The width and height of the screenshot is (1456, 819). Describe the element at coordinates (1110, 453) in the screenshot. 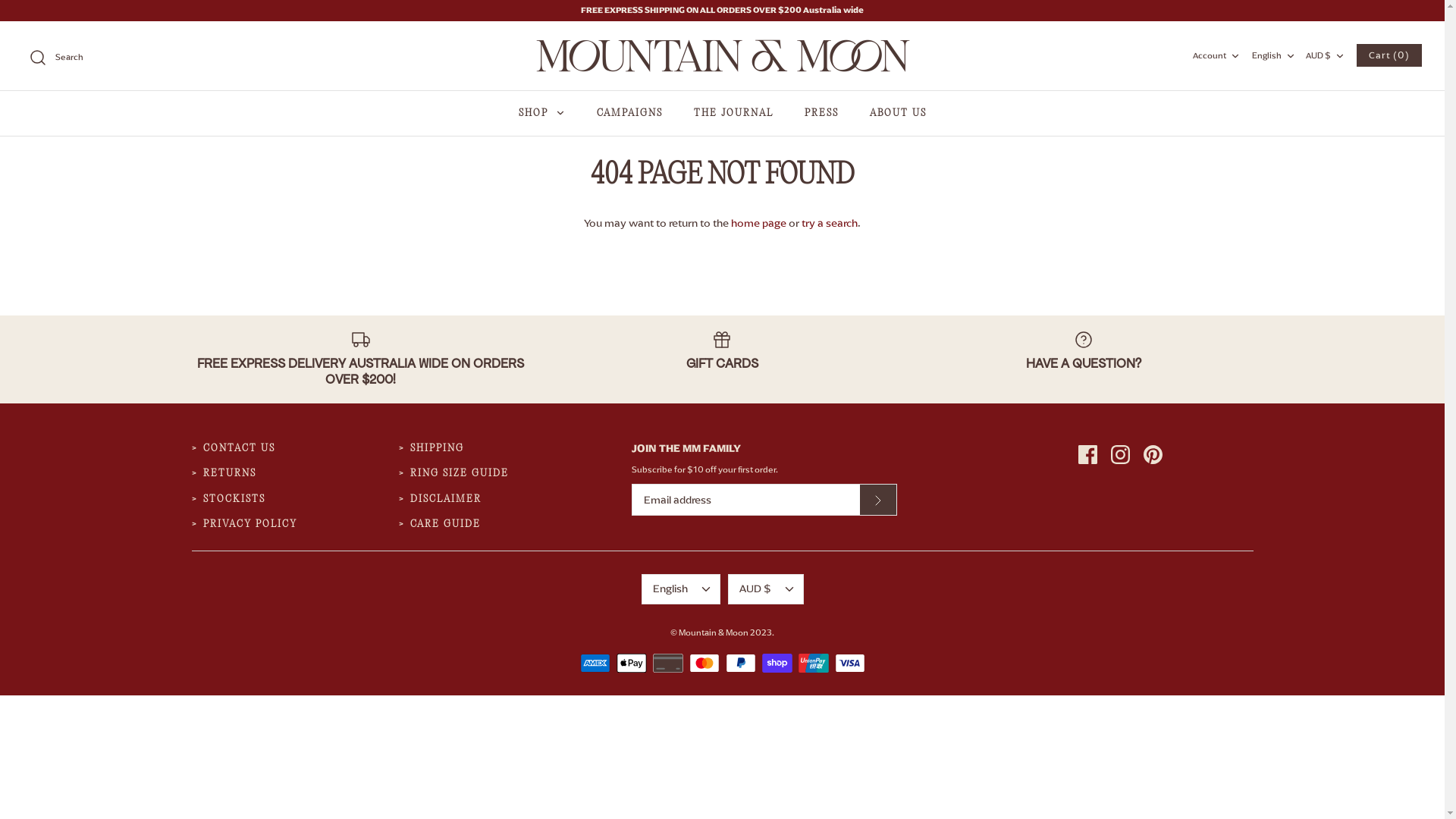

I see `'Instagram'` at that location.